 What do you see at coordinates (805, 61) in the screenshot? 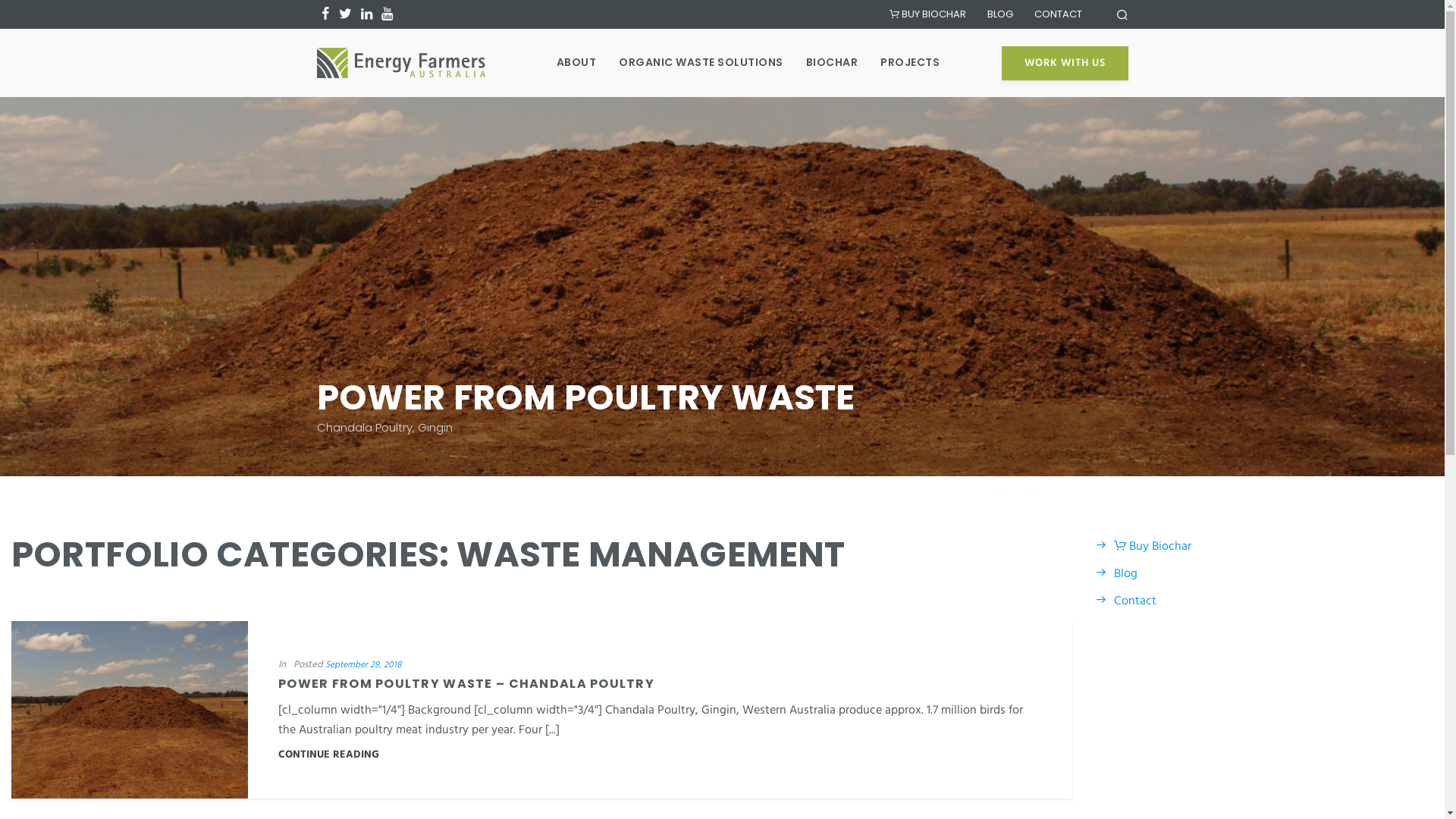
I see `'BIOCHAR'` at bounding box center [805, 61].